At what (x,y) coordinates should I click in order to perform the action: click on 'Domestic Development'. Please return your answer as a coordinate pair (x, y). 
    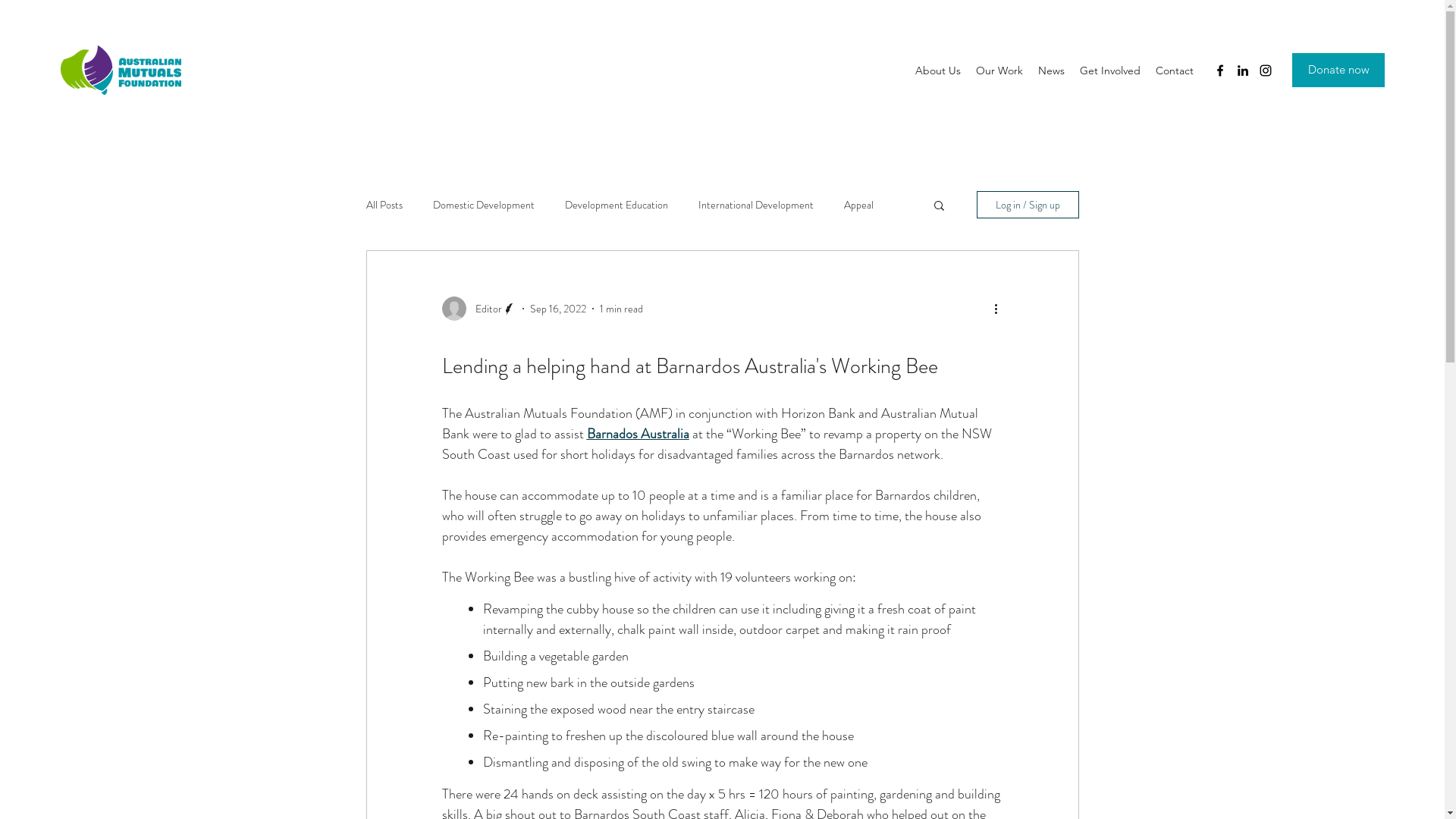
    Looking at the image, I should click on (431, 205).